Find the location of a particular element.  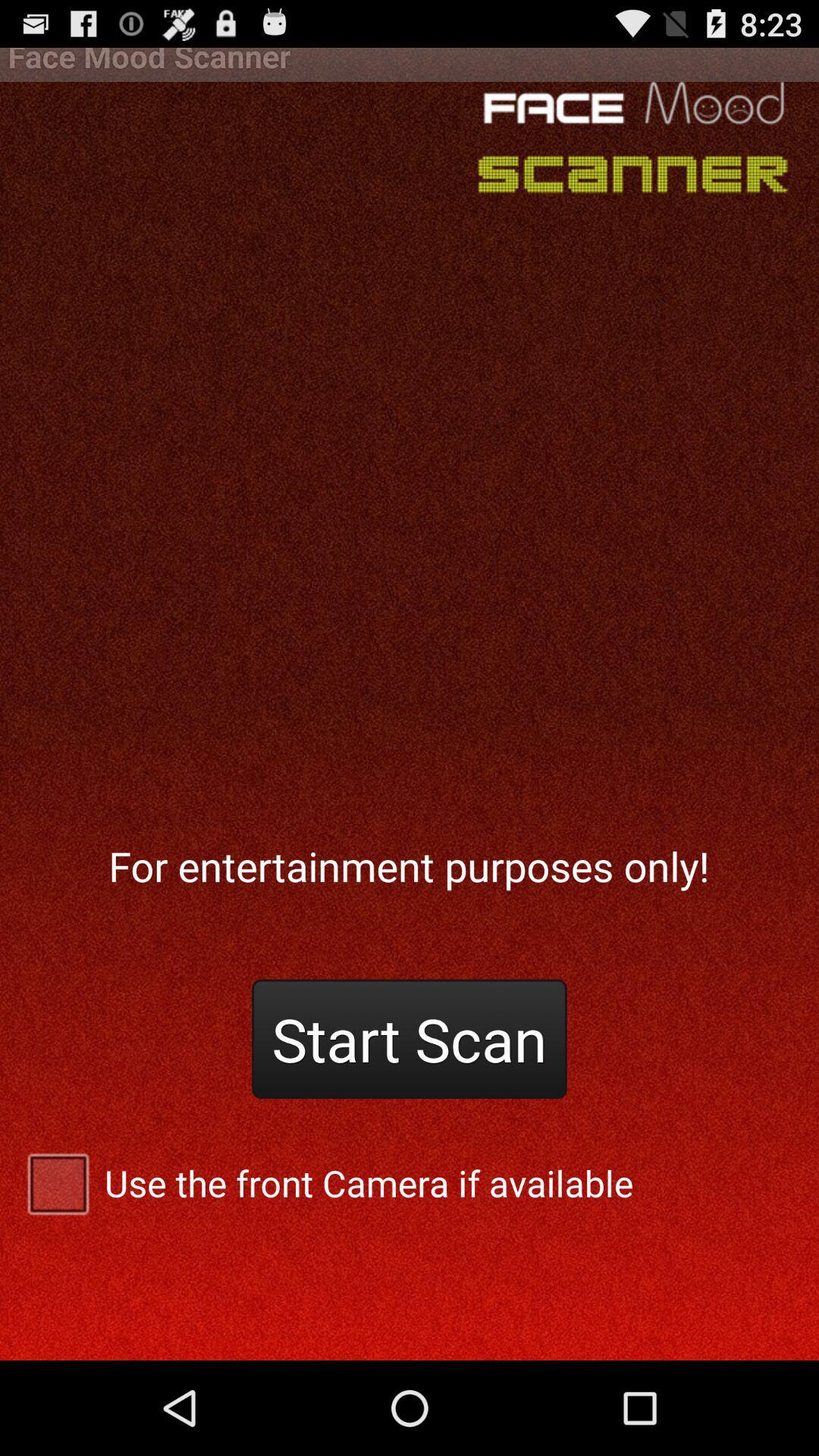

icon below start scan item is located at coordinates (409, 1182).